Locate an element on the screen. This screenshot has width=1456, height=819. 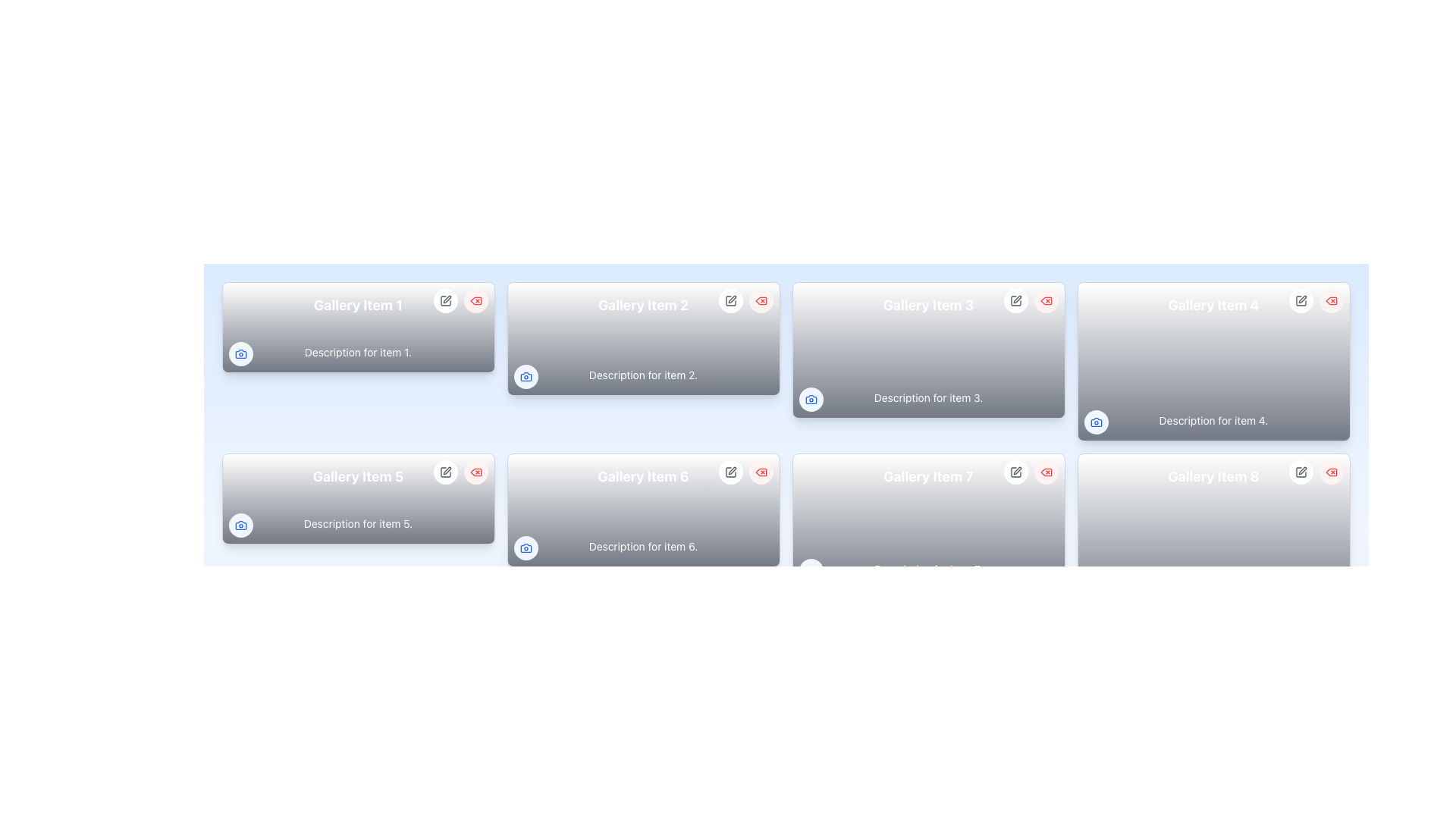
the button located in the bottom left corner of the card labeled 'Gallery Item 3' is located at coordinates (810, 399).